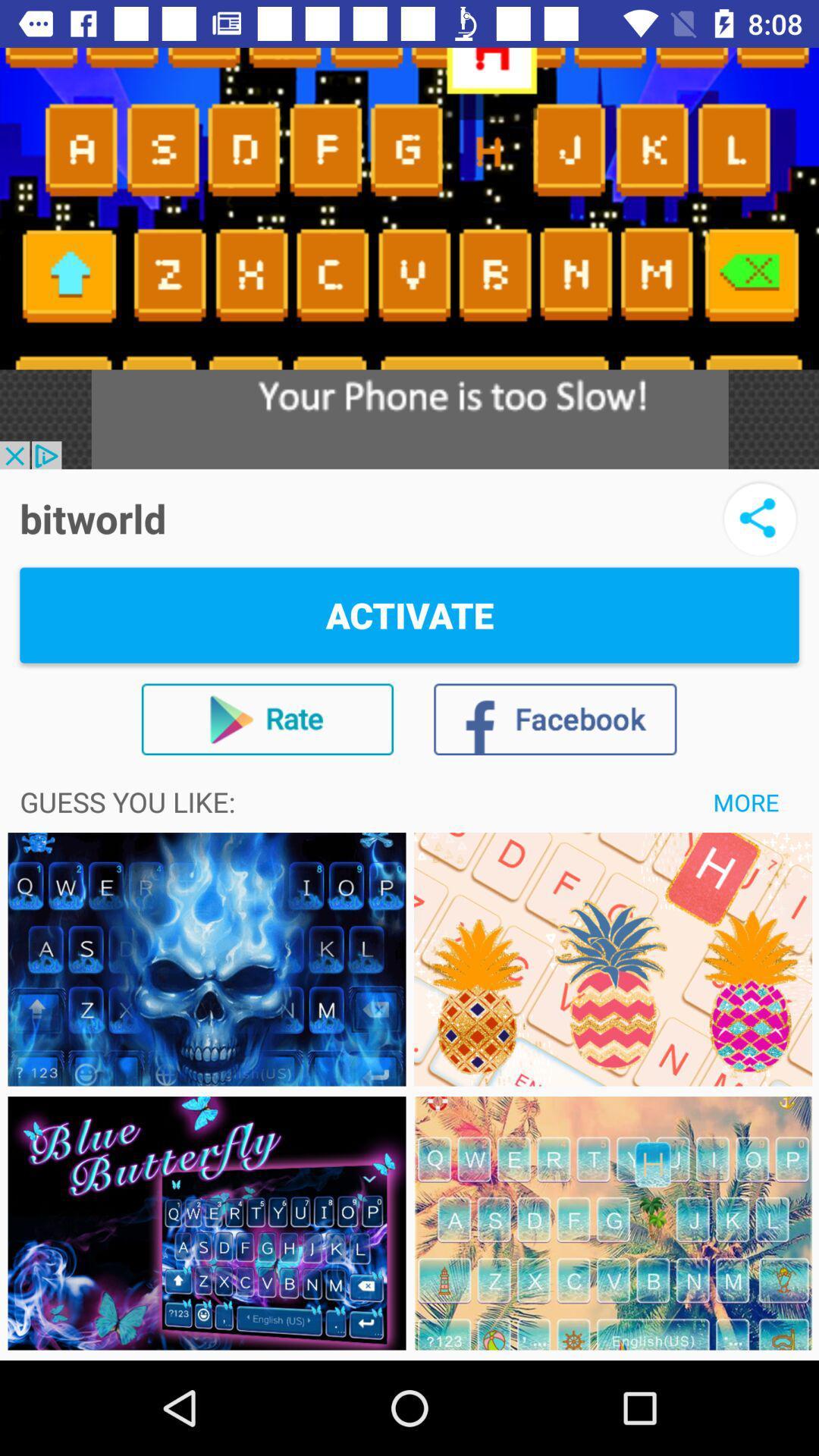 The width and height of the screenshot is (819, 1456). I want to click on item next to bitworld icon, so click(760, 518).